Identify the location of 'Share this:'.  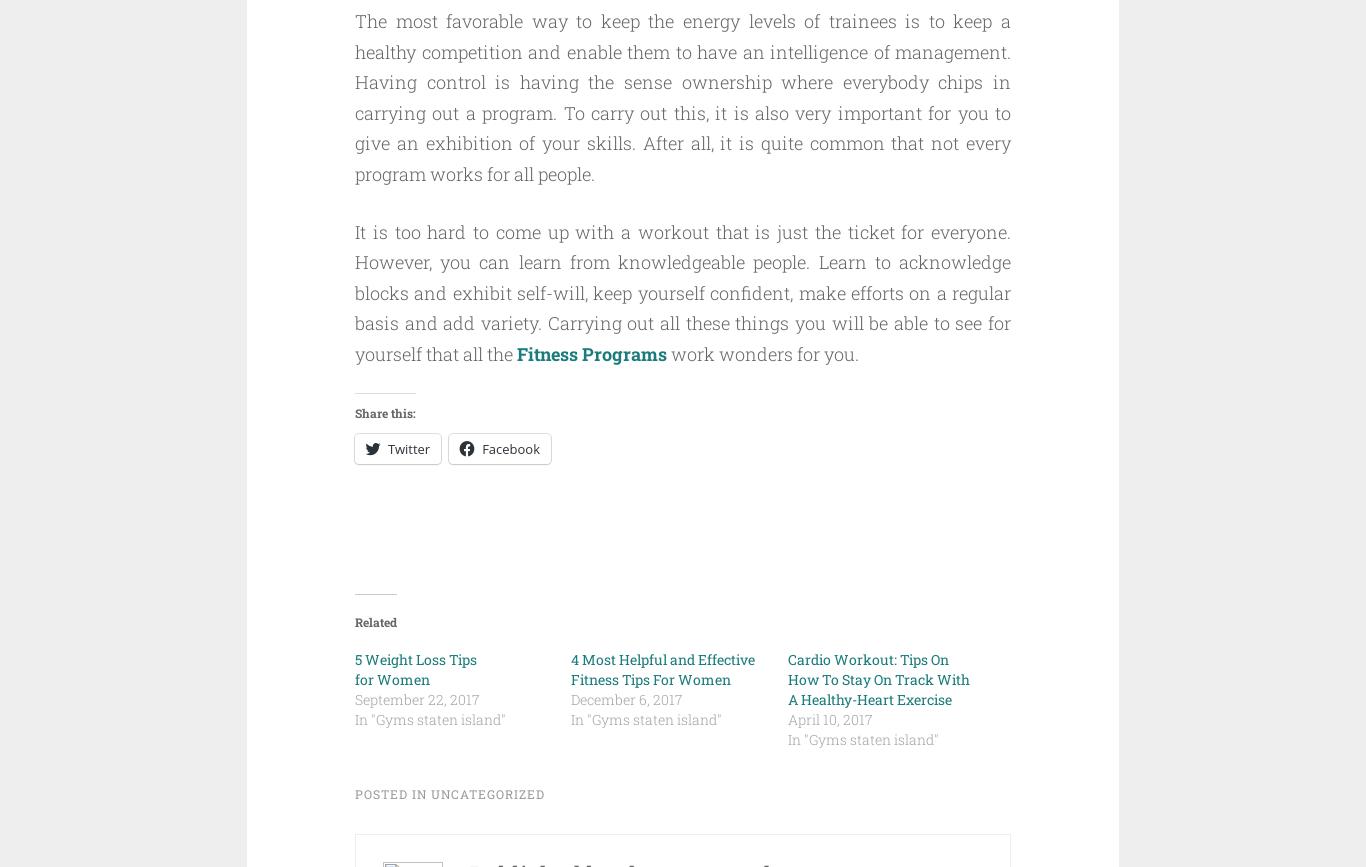
(354, 411).